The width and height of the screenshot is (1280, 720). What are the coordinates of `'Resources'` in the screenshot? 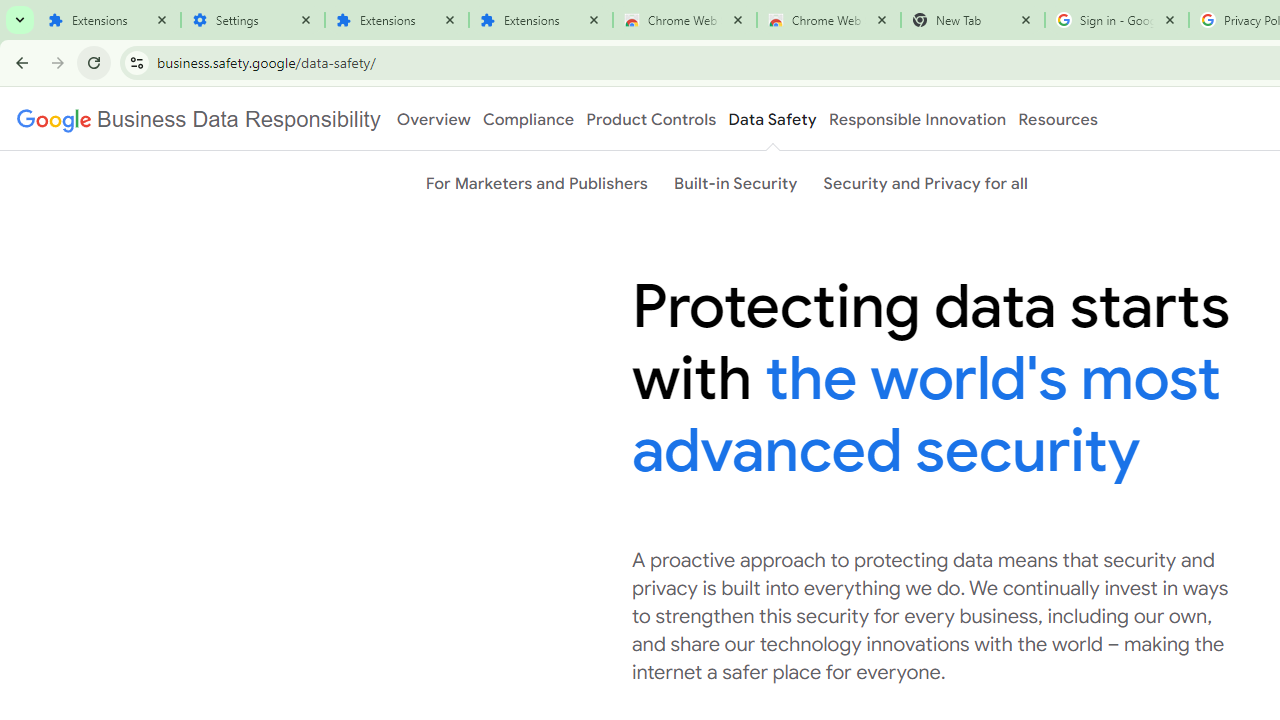 It's located at (1057, 119).